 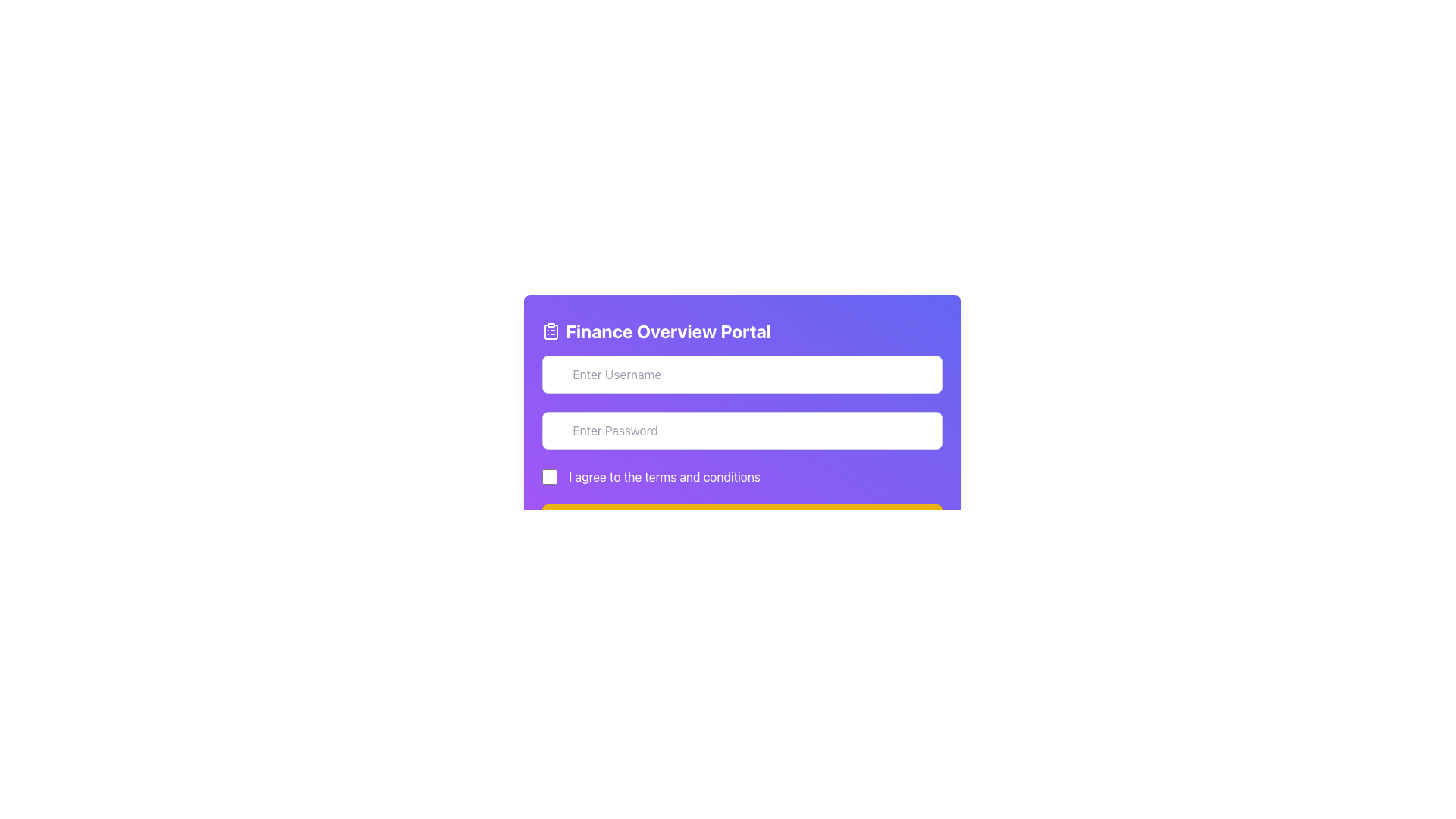 I want to click on header text which is styled with bold, white text on a gradient background, located at the top of the centered card above the user input fields, so click(x=742, y=330).